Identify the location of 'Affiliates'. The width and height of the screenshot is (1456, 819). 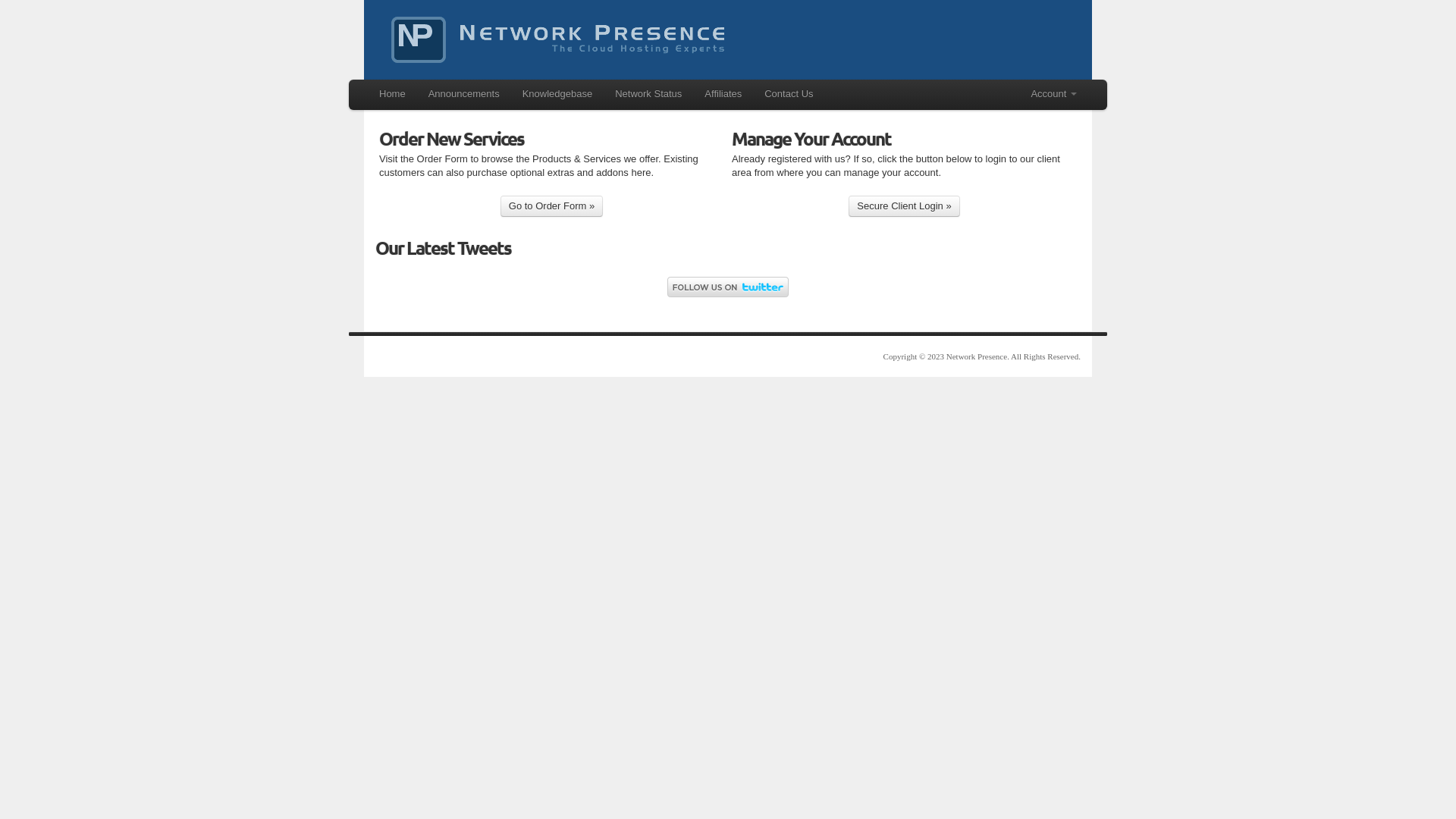
(722, 94).